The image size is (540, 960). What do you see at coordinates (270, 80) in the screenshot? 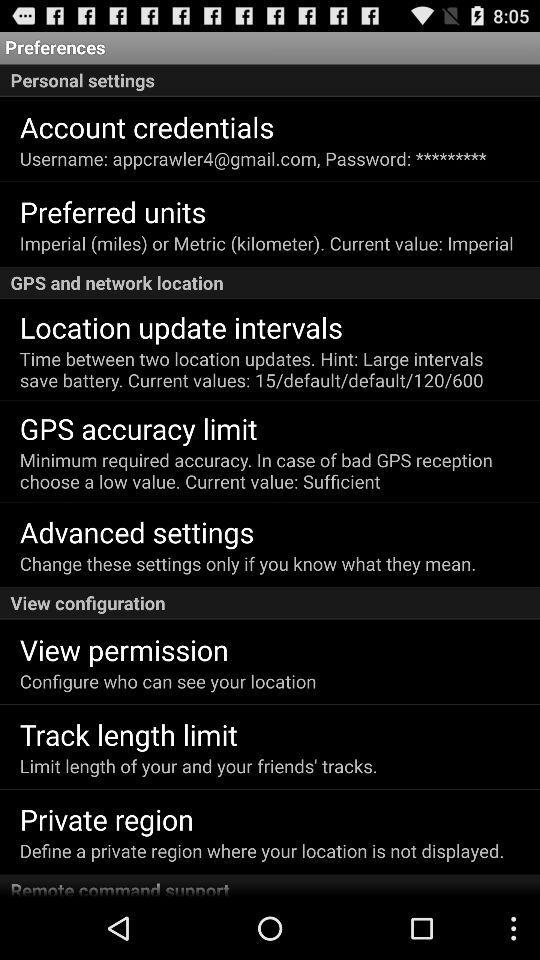
I see `personal settings icon` at bounding box center [270, 80].